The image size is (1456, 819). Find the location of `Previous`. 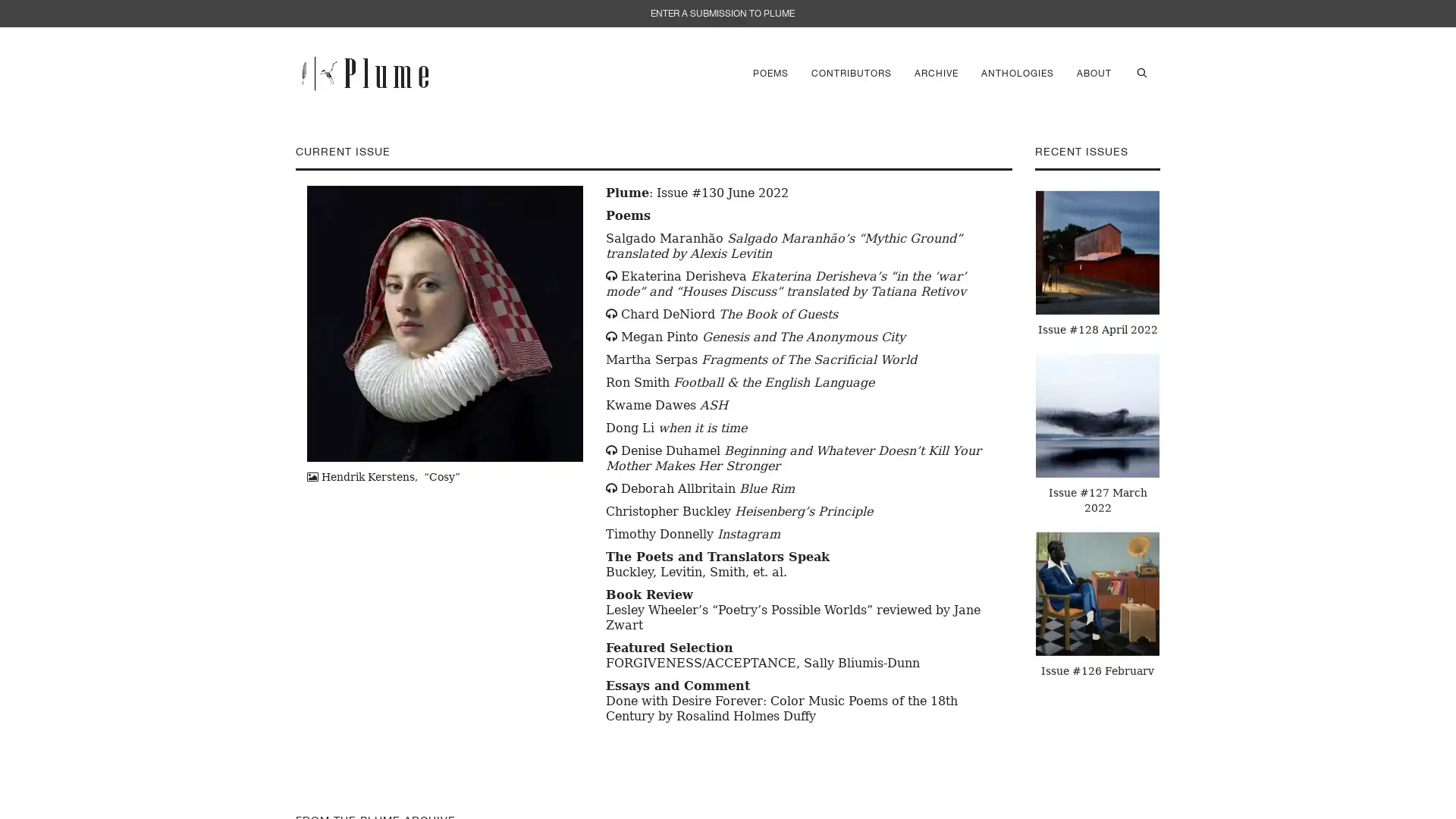

Previous is located at coordinates (1023, 430).